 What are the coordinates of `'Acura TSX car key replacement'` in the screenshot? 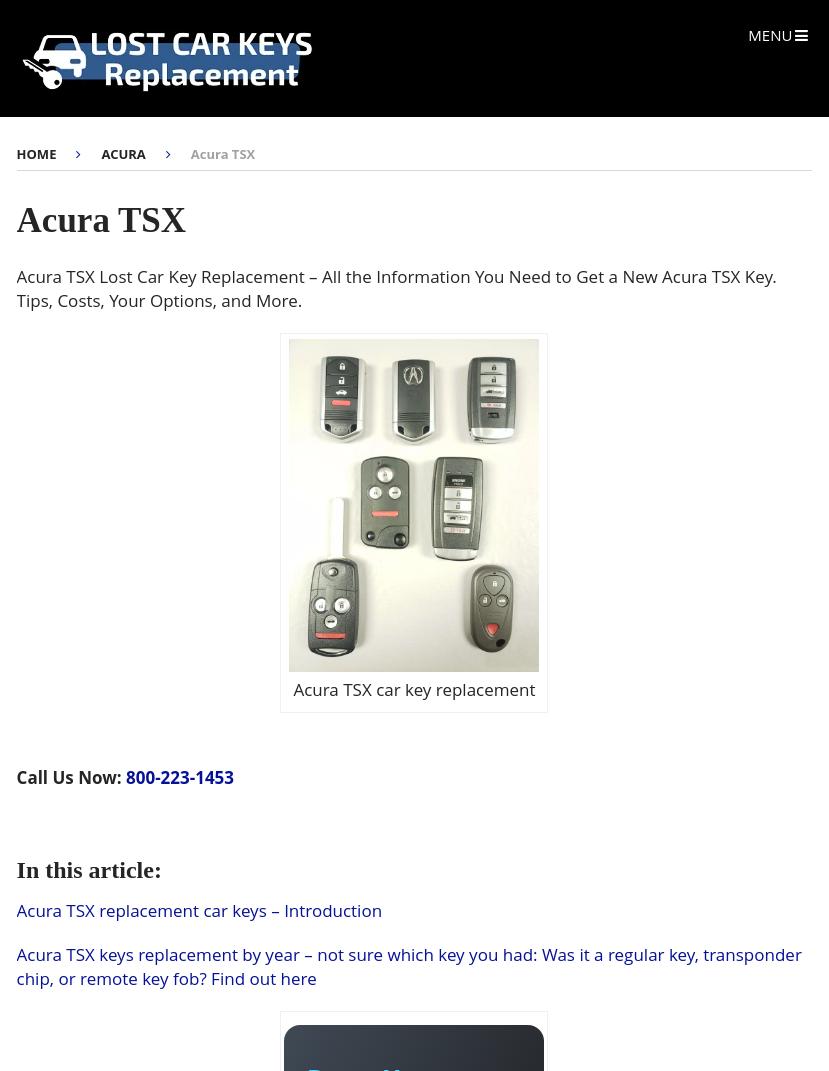 It's located at (414, 688).